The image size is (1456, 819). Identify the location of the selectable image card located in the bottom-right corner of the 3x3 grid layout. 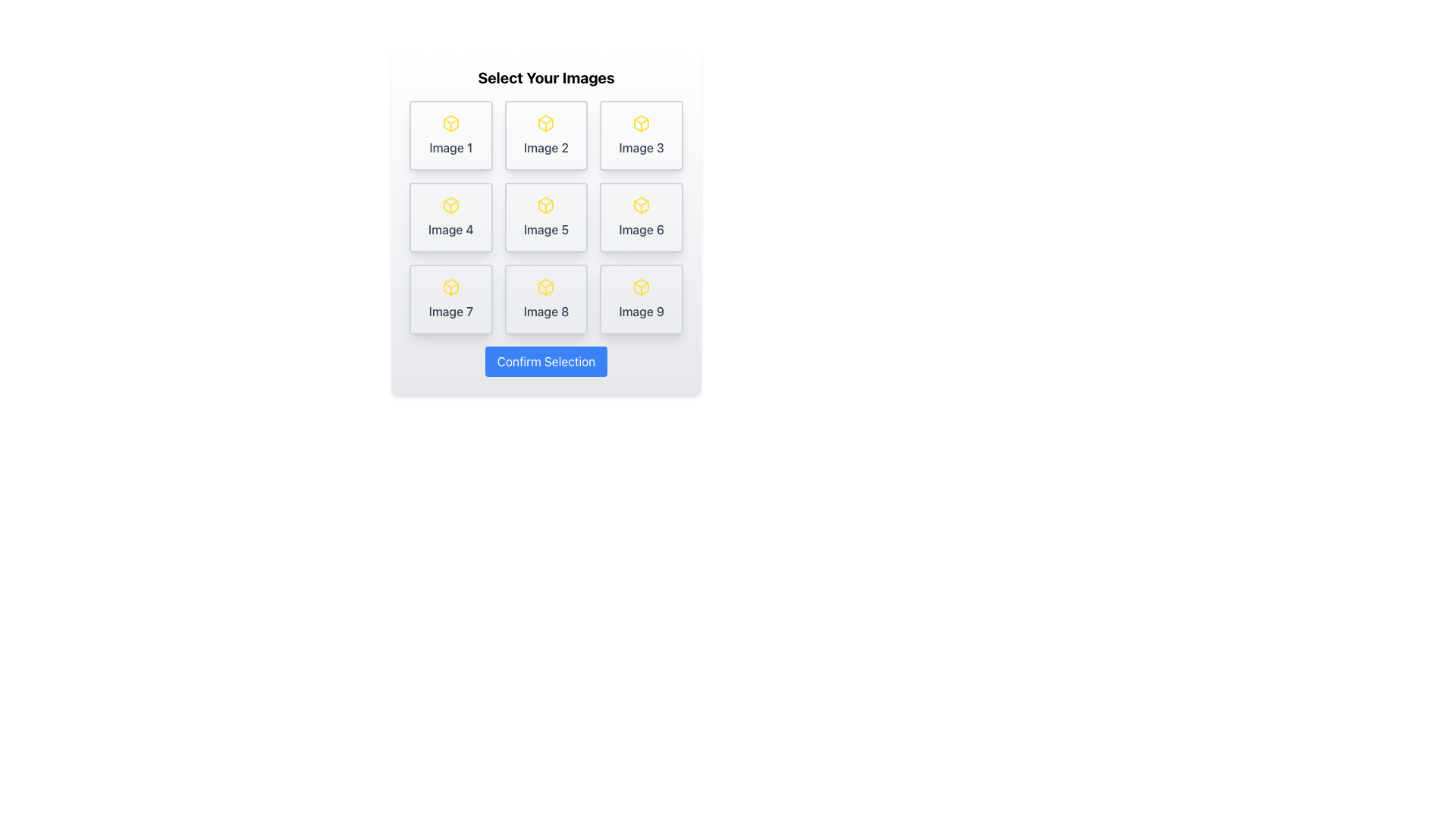
(642, 299).